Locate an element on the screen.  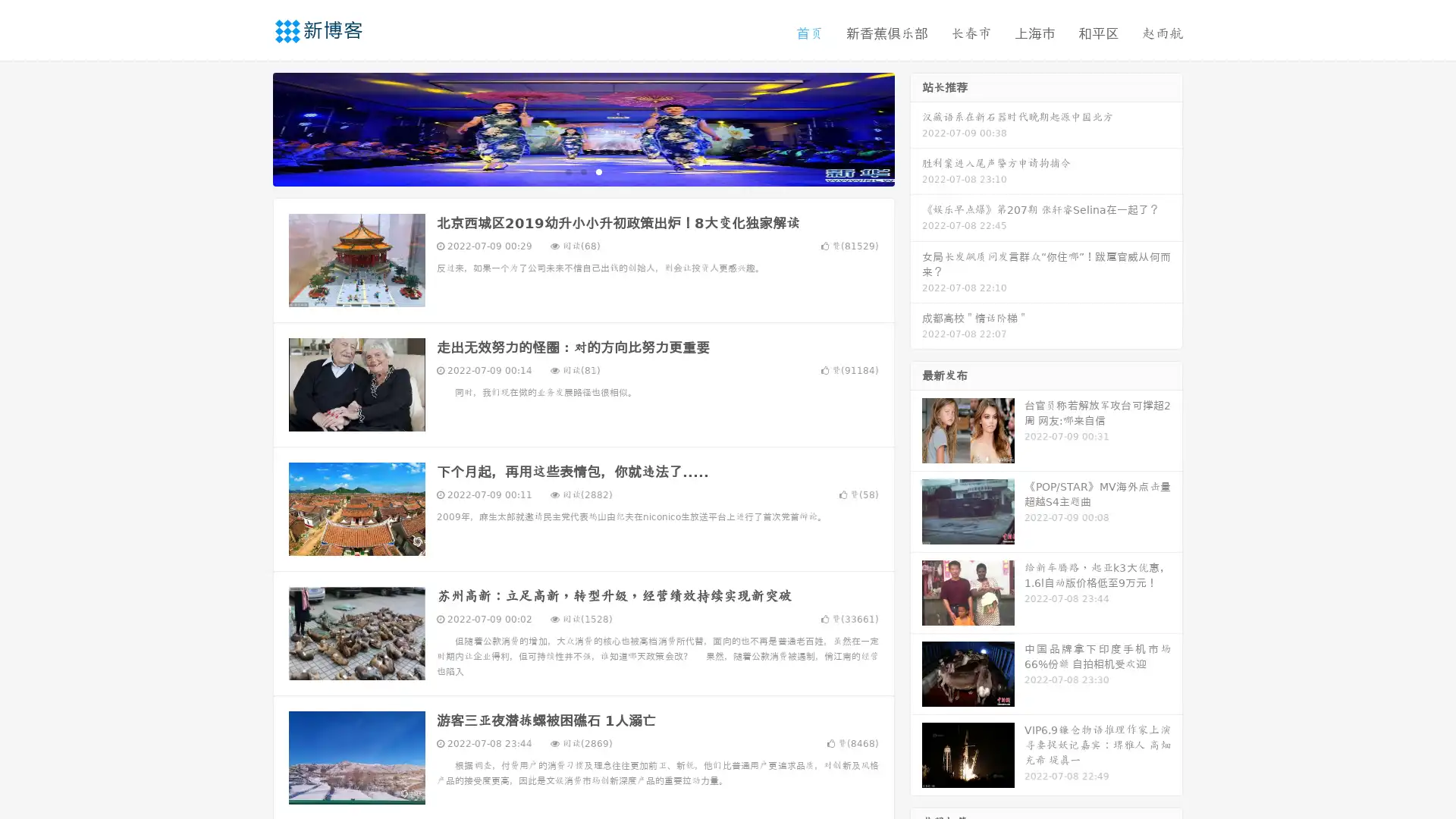
Go to slide 2 is located at coordinates (582, 171).